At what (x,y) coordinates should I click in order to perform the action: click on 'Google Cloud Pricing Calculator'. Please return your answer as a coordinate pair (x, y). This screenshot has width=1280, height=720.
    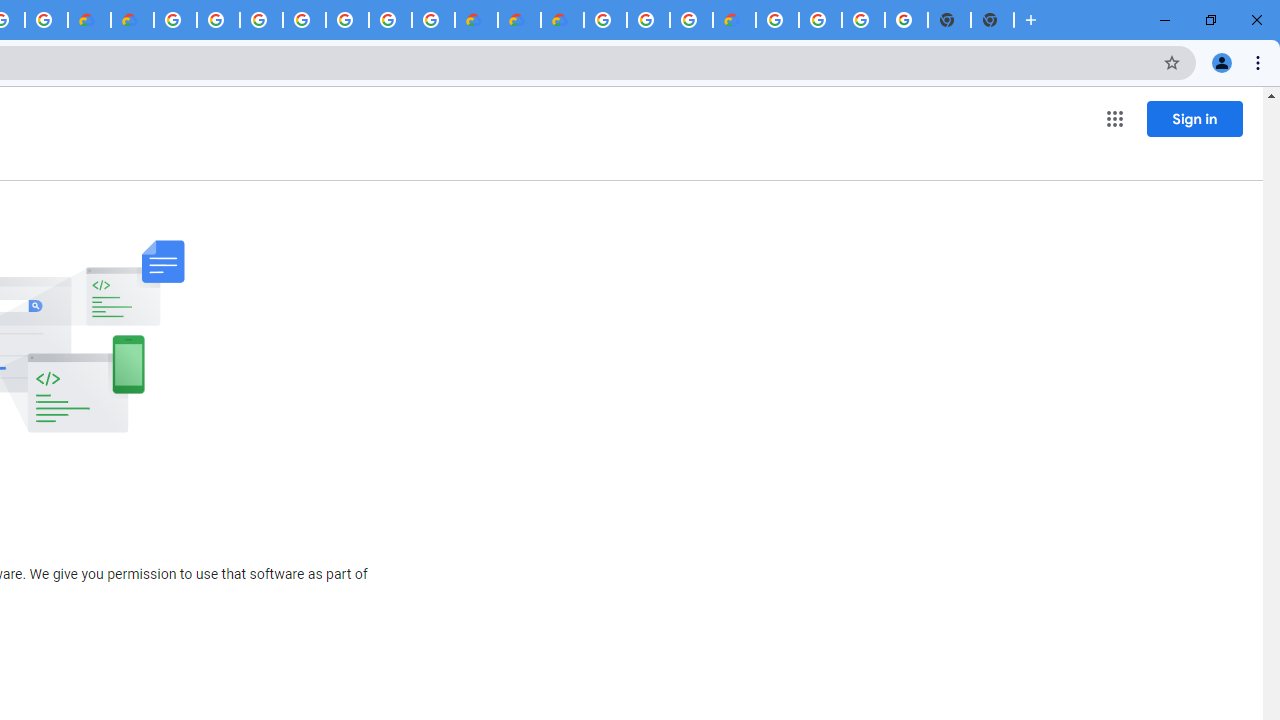
    Looking at the image, I should click on (519, 20).